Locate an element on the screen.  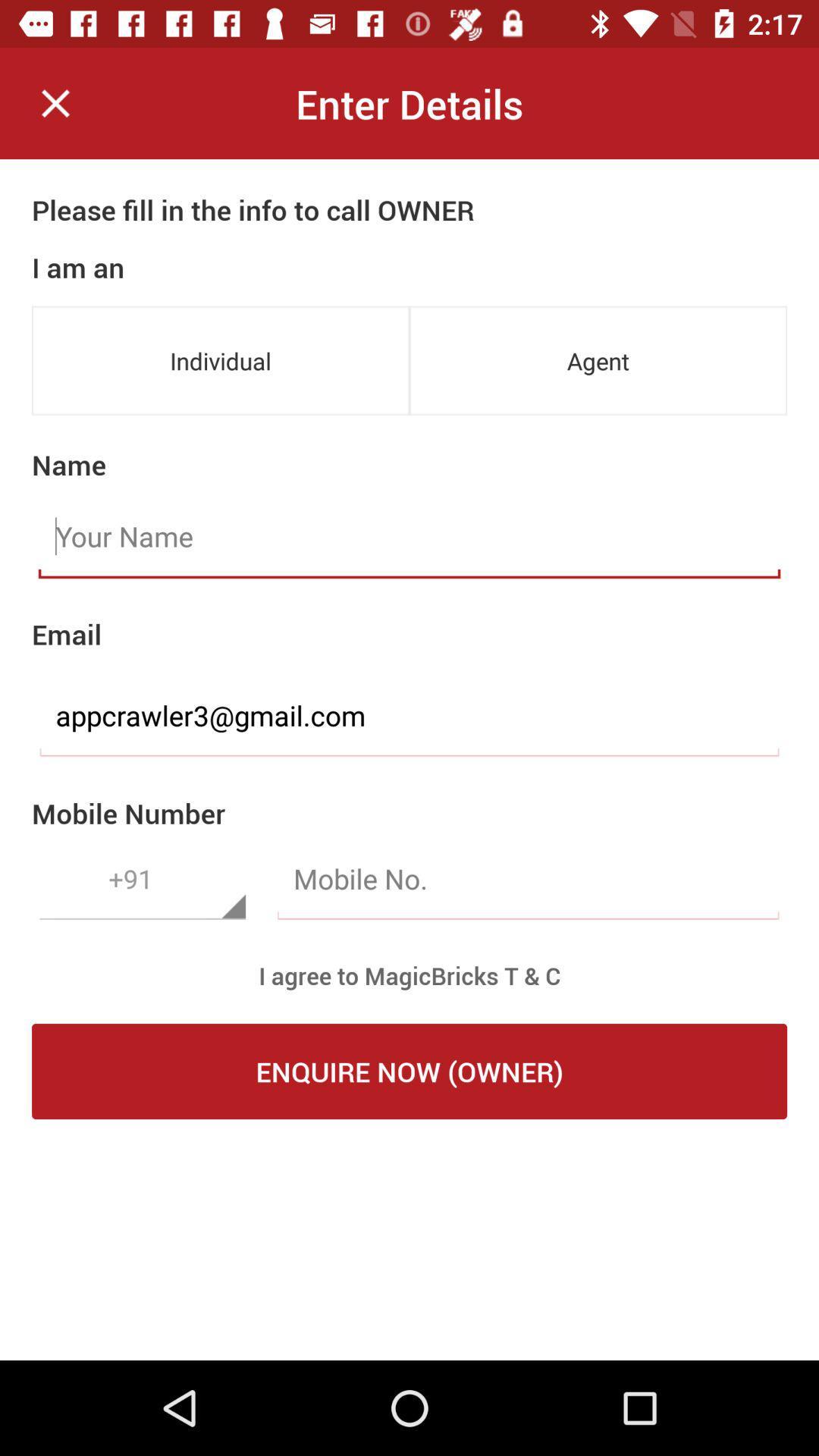
window is located at coordinates (55, 102).